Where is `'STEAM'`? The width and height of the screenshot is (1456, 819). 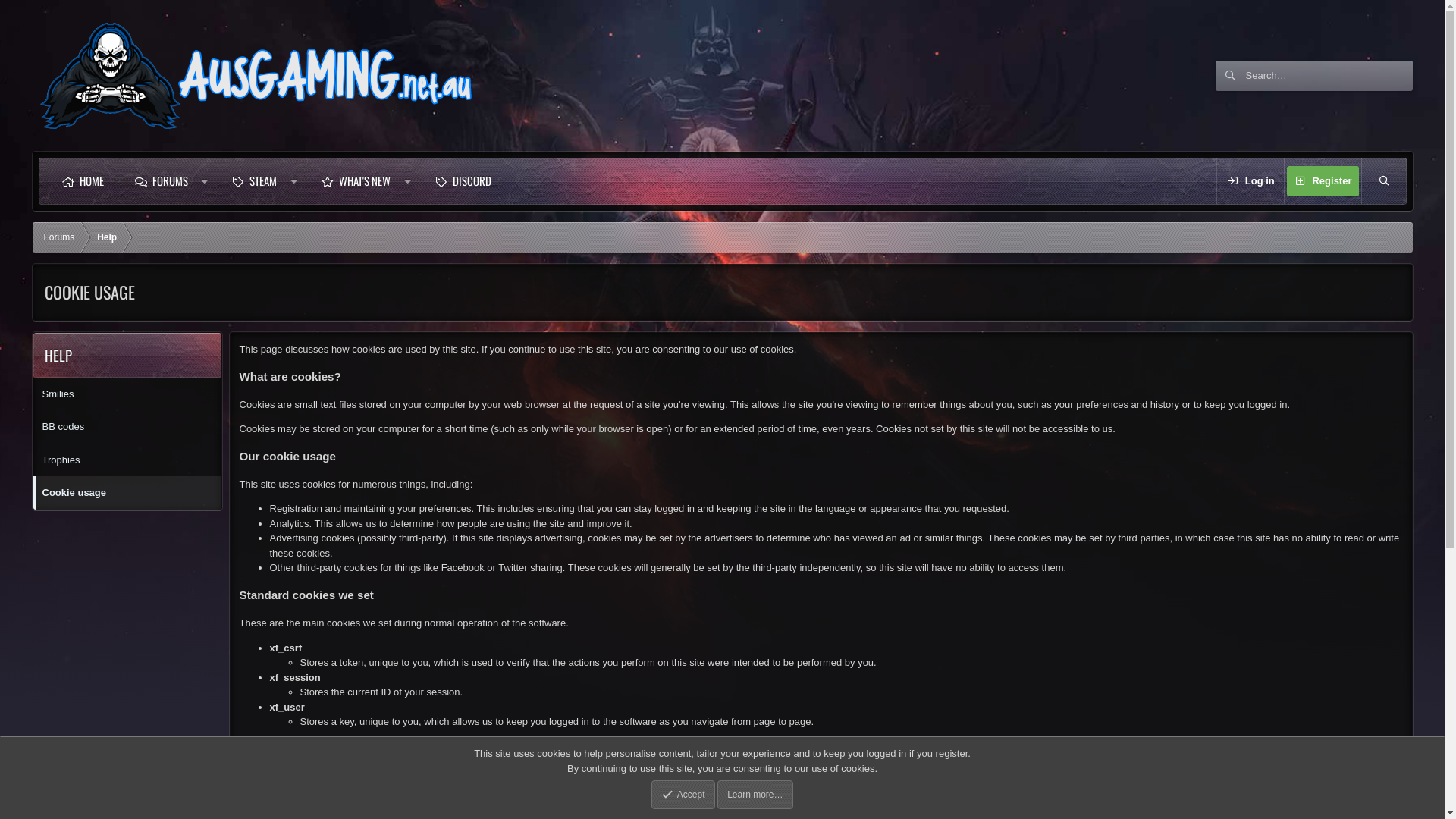
'STEAM' is located at coordinates (215, 180).